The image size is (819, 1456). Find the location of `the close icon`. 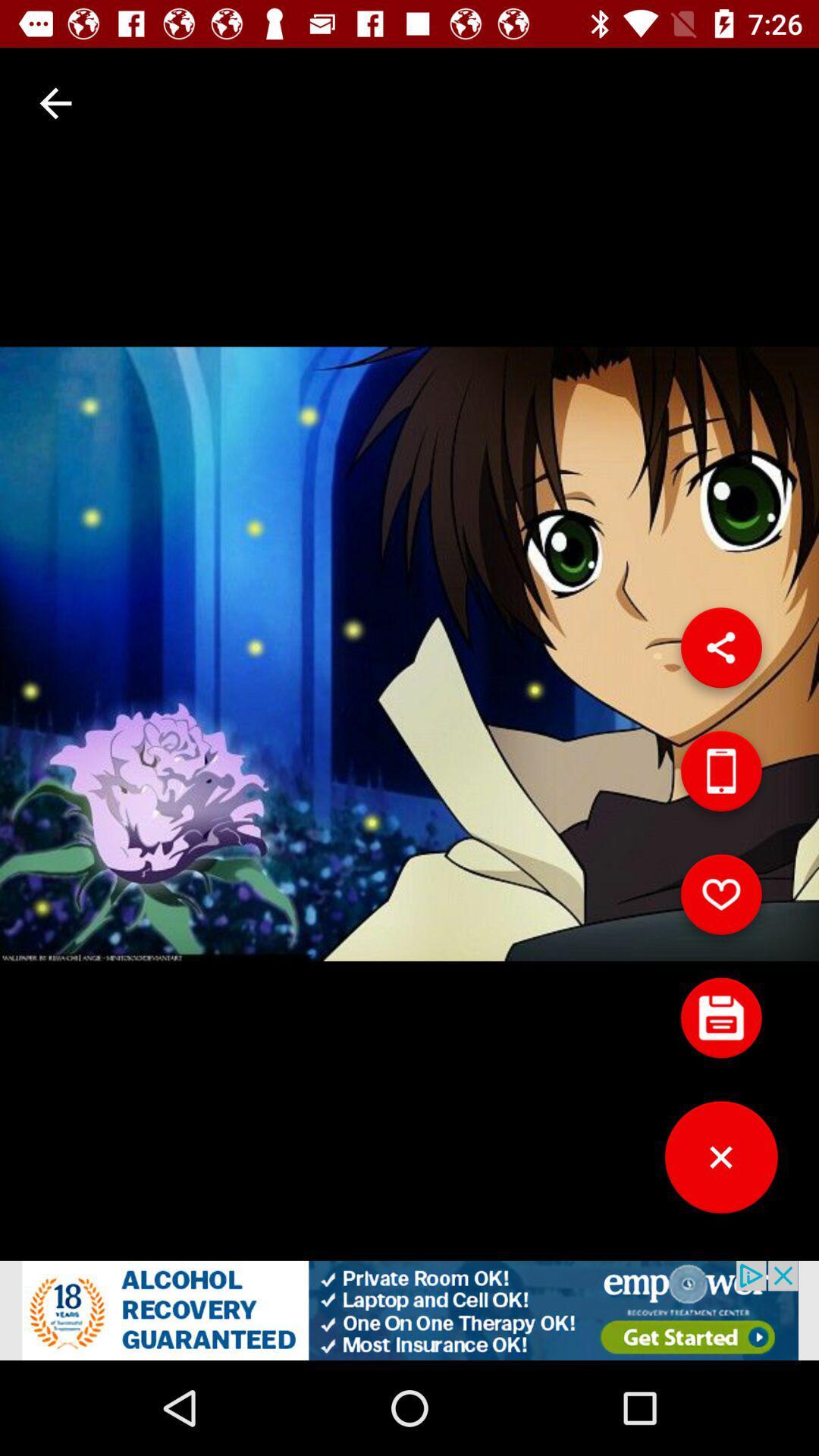

the close icon is located at coordinates (720, 1163).